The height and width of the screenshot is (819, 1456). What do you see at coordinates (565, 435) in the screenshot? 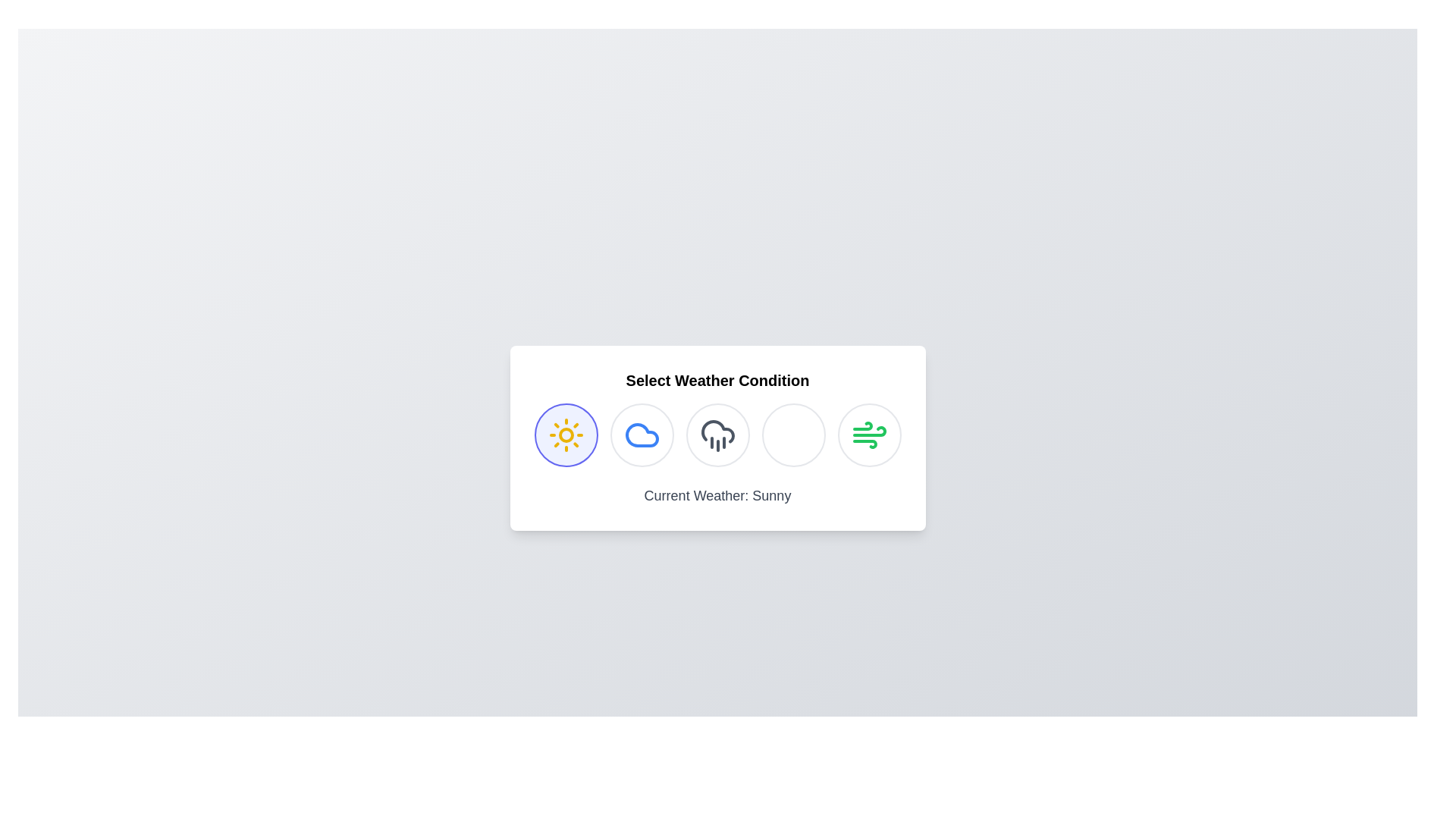
I see `the sunny weather condition button, which is the first item in the horizontal group of weather condition buttons located at the leftmost side` at bounding box center [565, 435].